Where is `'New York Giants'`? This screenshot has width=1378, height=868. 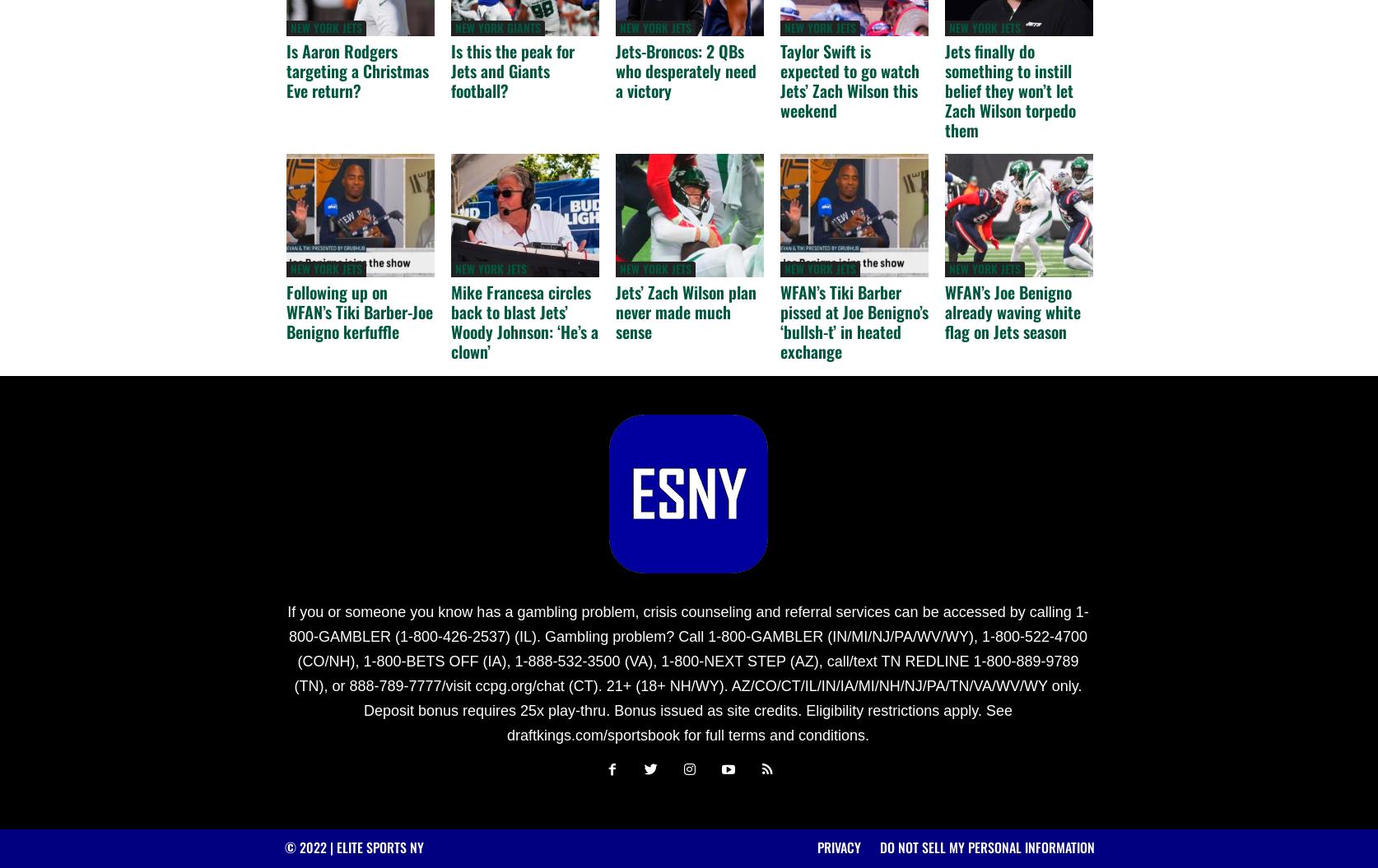
'New York Giants' is located at coordinates (496, 26).